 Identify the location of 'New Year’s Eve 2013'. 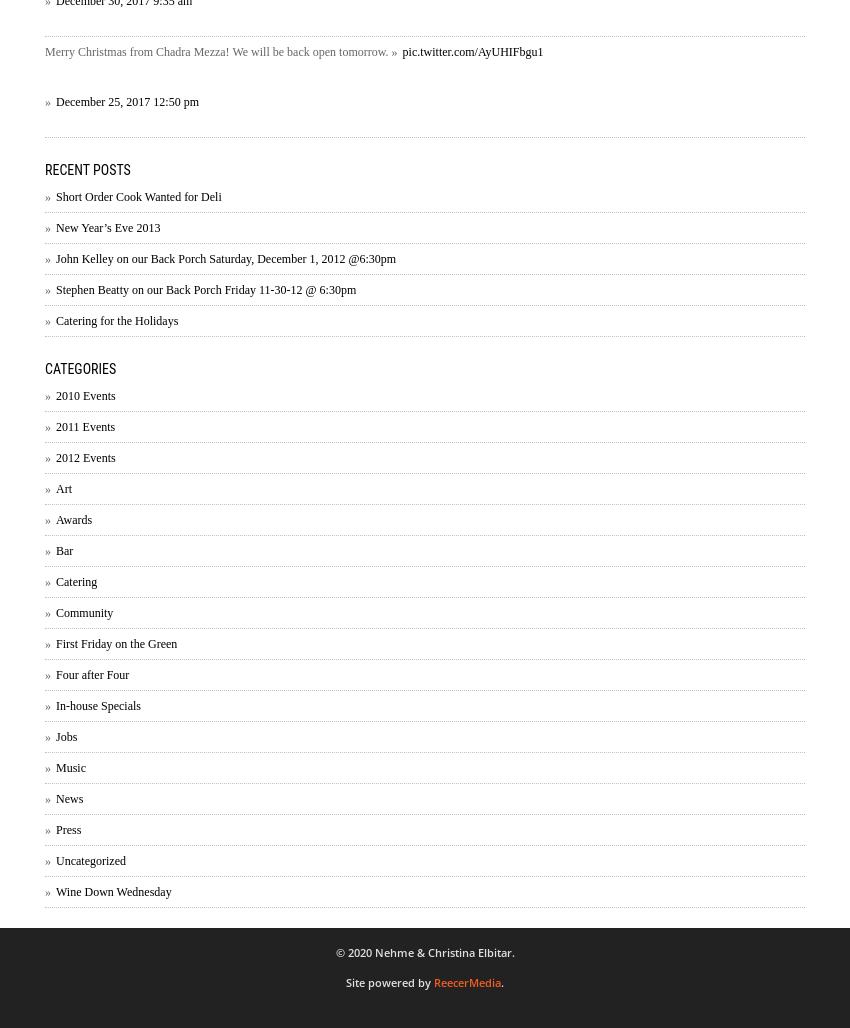
(107, 225).